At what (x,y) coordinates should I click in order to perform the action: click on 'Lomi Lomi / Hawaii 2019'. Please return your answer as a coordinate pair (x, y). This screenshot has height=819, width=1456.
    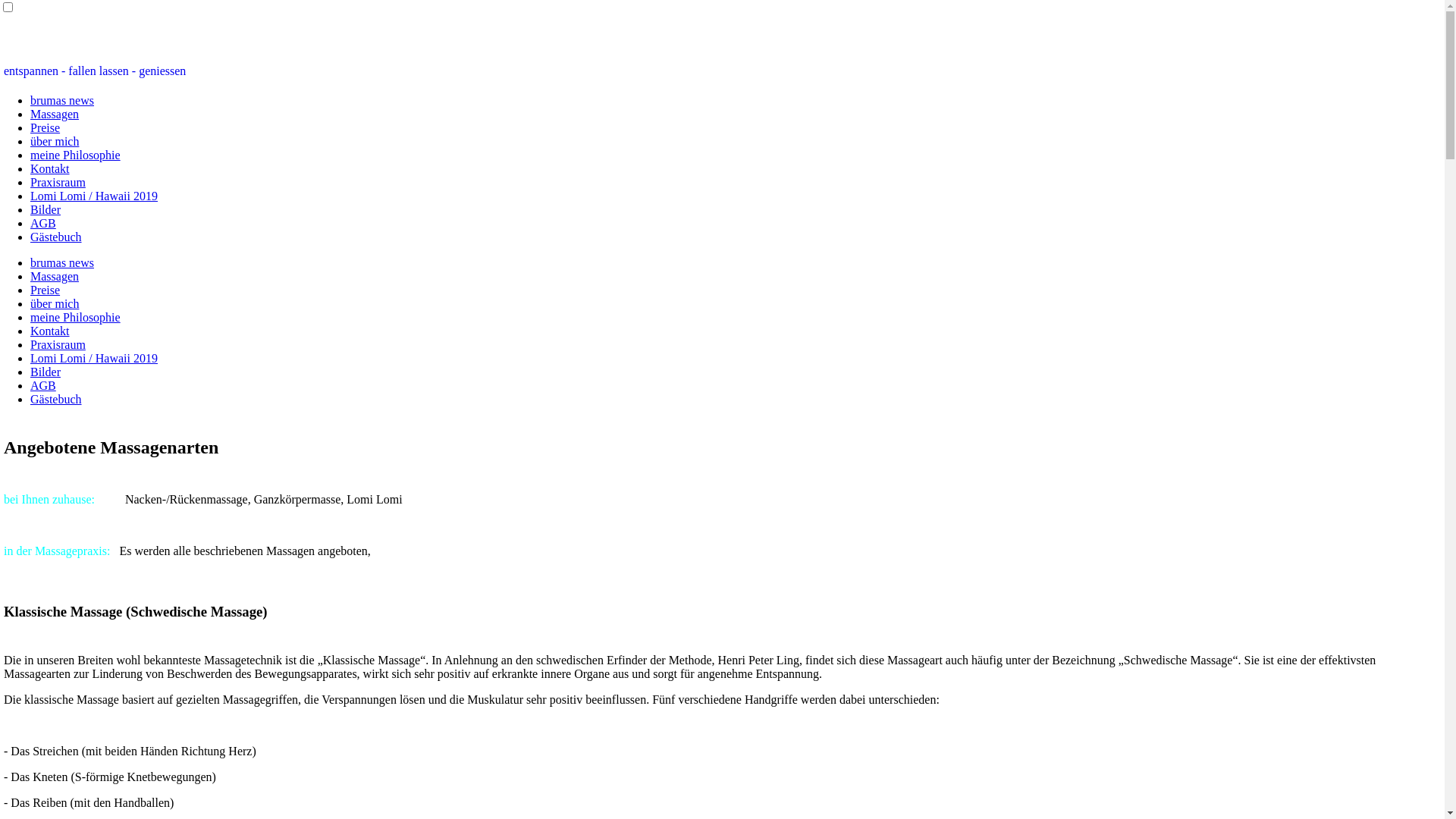
    Looking at the image, I should click on (93, 358).